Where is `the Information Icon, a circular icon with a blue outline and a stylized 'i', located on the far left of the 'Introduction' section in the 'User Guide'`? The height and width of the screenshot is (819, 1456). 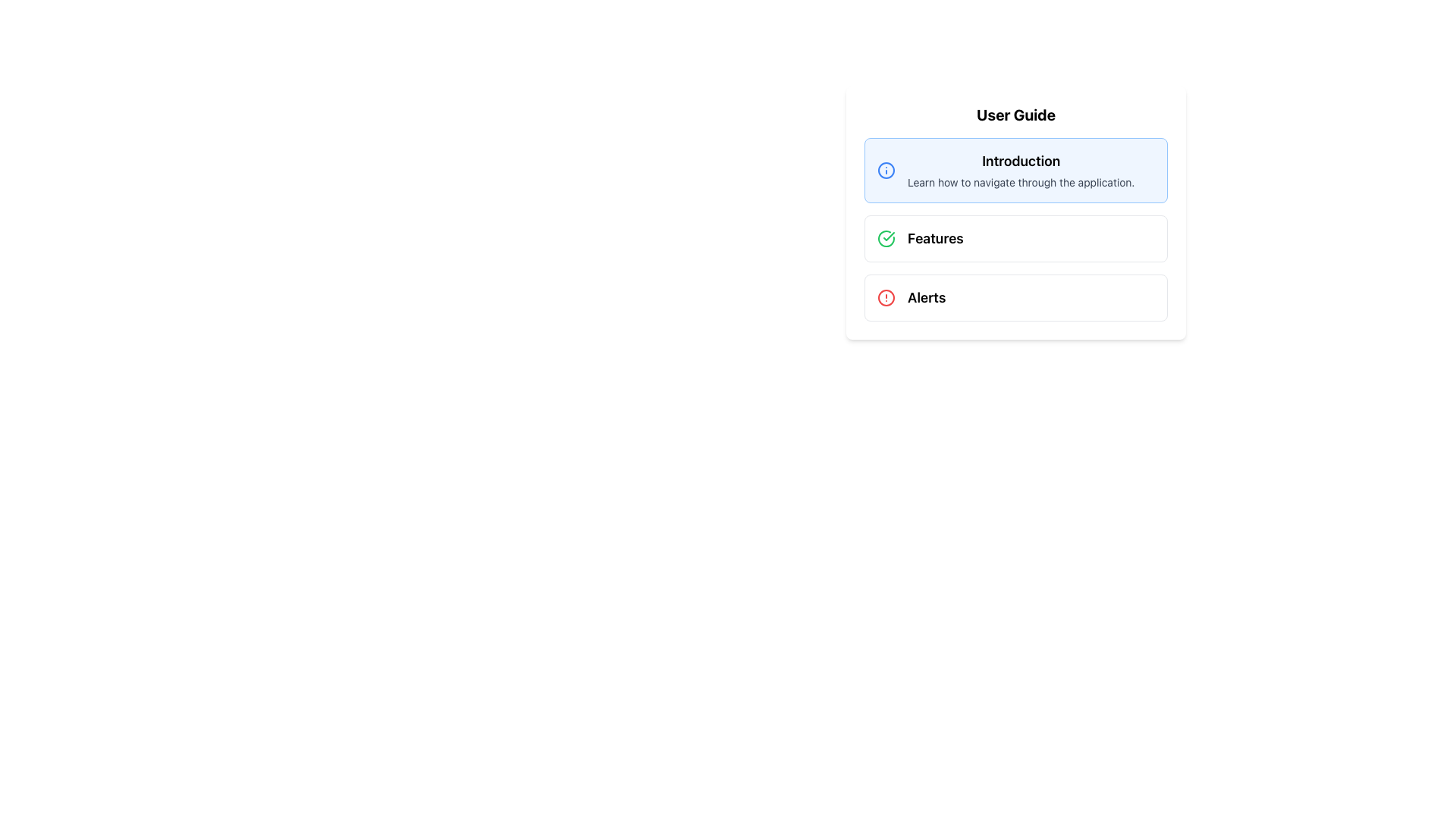
the Information Icon, a circular icon with a blue outline and a stylized 'i', located on the far left of the 'Introduction' section in the 'User Guide' is located at coordinates (886, 170).